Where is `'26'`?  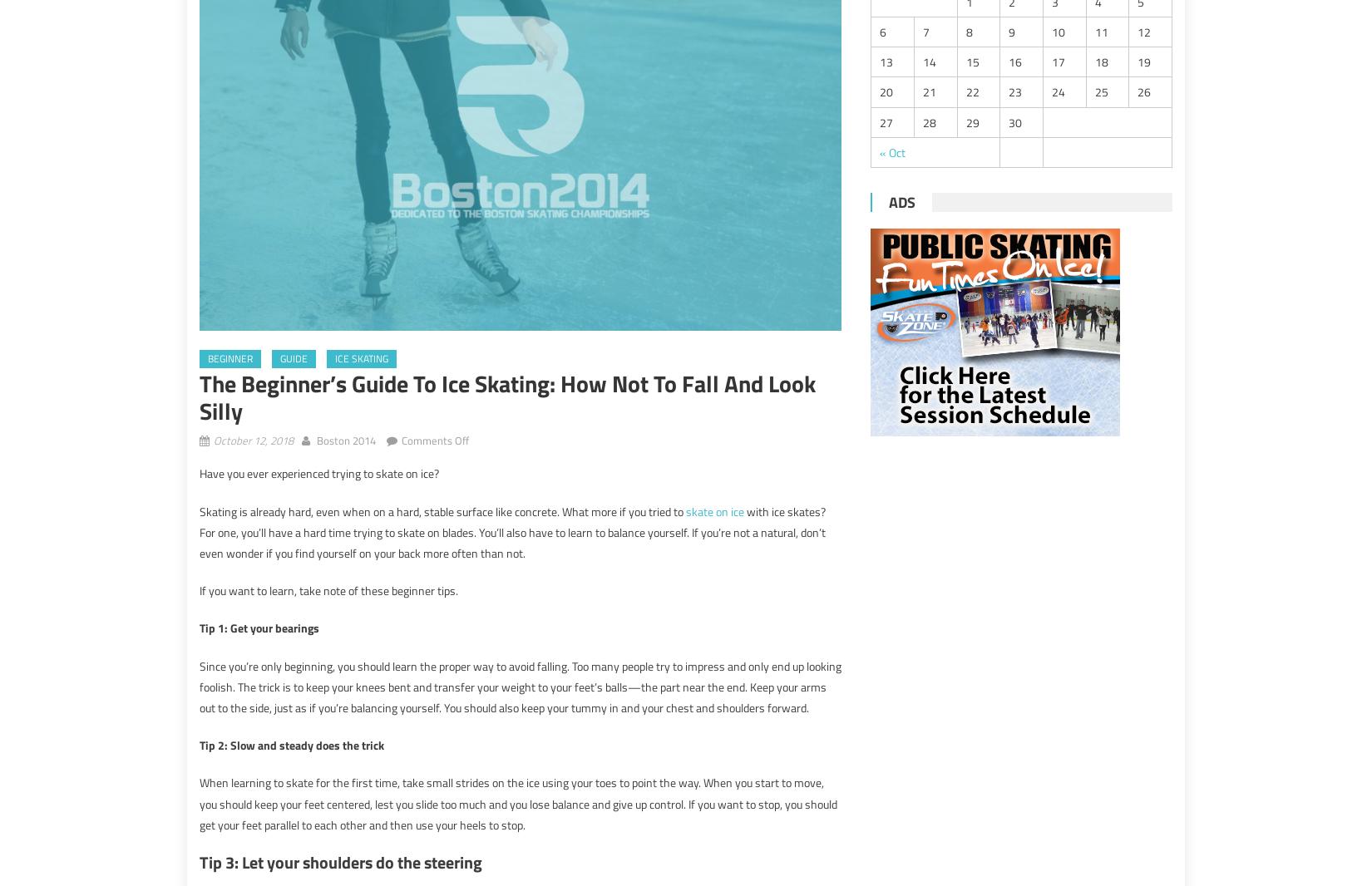
'26' is located at coordinates (1143, 91).